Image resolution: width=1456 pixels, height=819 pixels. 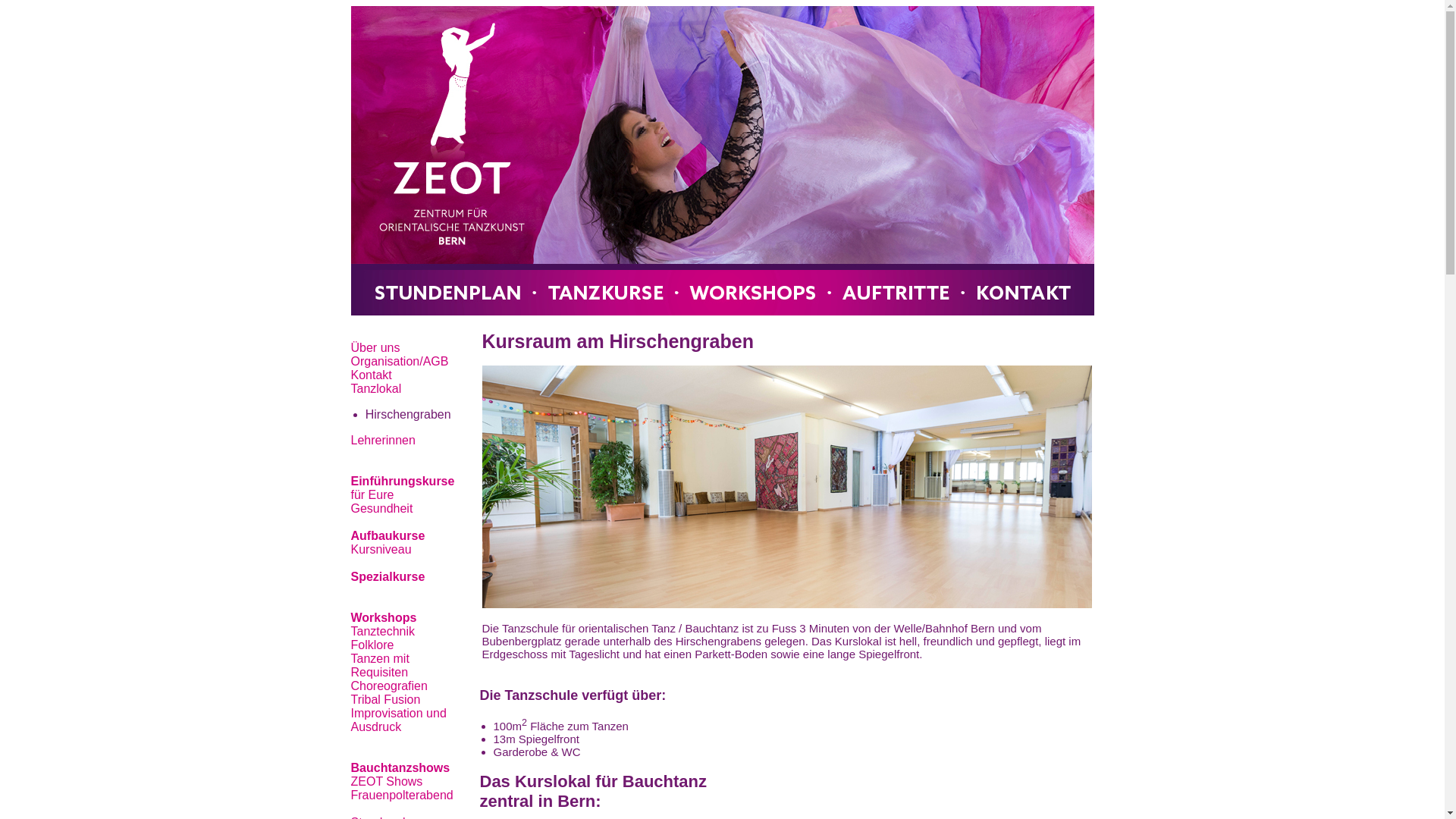 I want to click on 'Choreografien', so click(x=388, y=686).